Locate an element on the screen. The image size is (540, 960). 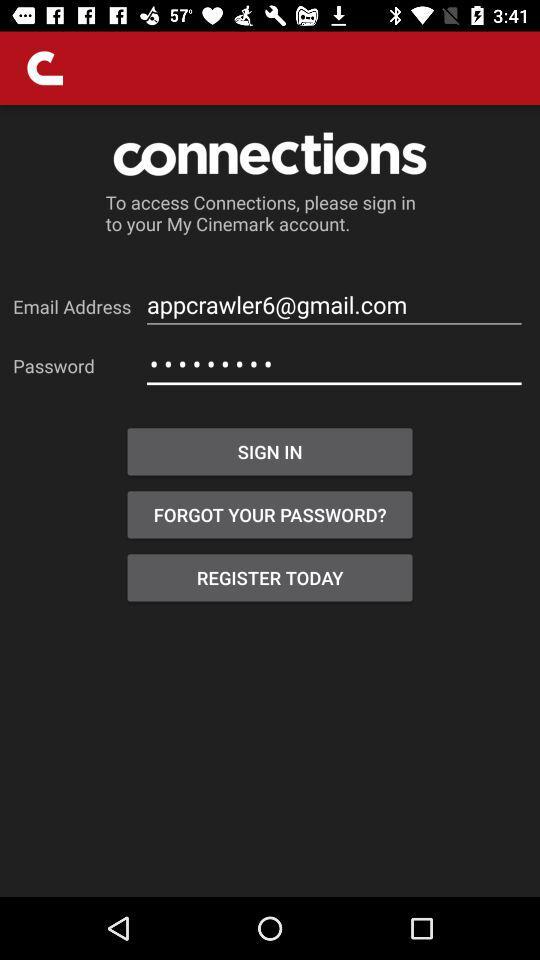
the appcrawler6@gmail.com icon is located at coordinates (334, 305).